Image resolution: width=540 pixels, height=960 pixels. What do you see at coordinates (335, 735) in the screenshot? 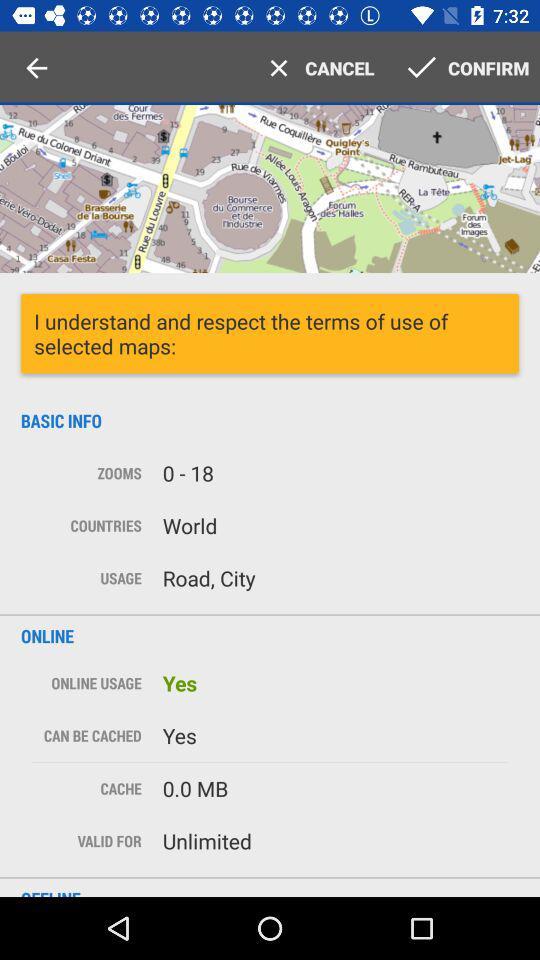
I see `the text which is right to can be cached` at bounding box center [335, 735].